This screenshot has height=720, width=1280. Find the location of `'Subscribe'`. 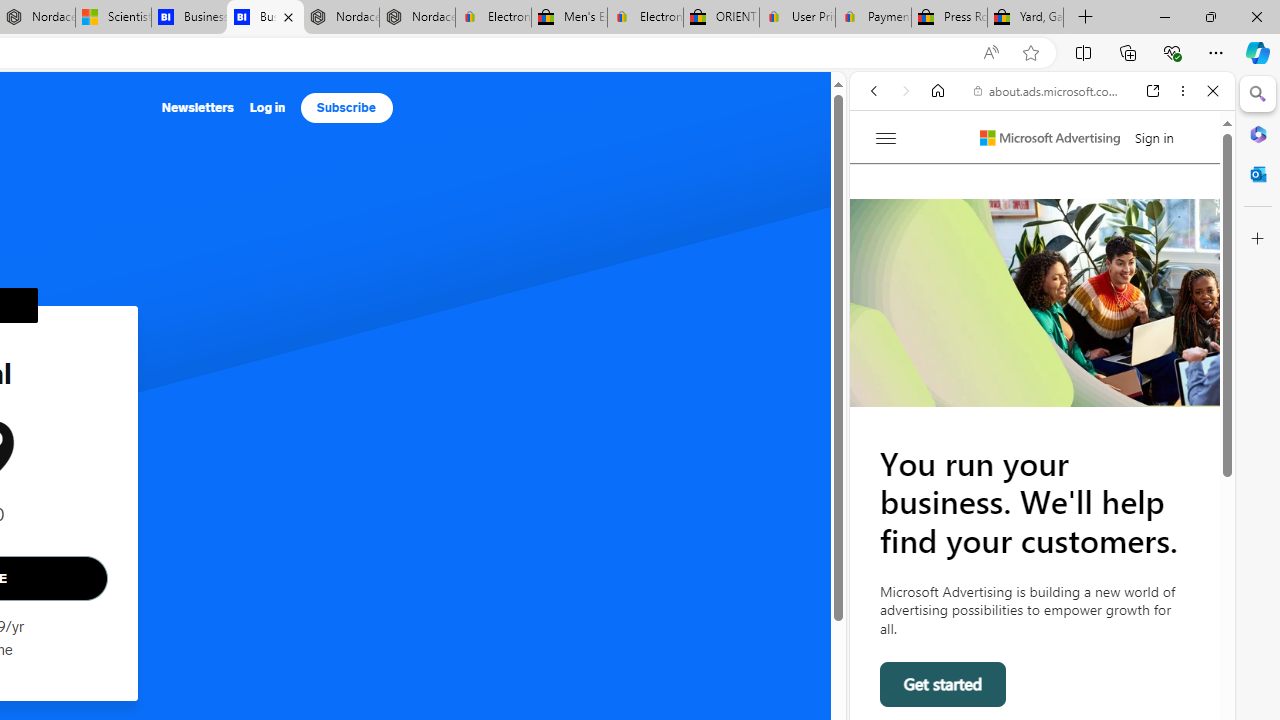

'Subscribe' is located at coordinates (346, 108).